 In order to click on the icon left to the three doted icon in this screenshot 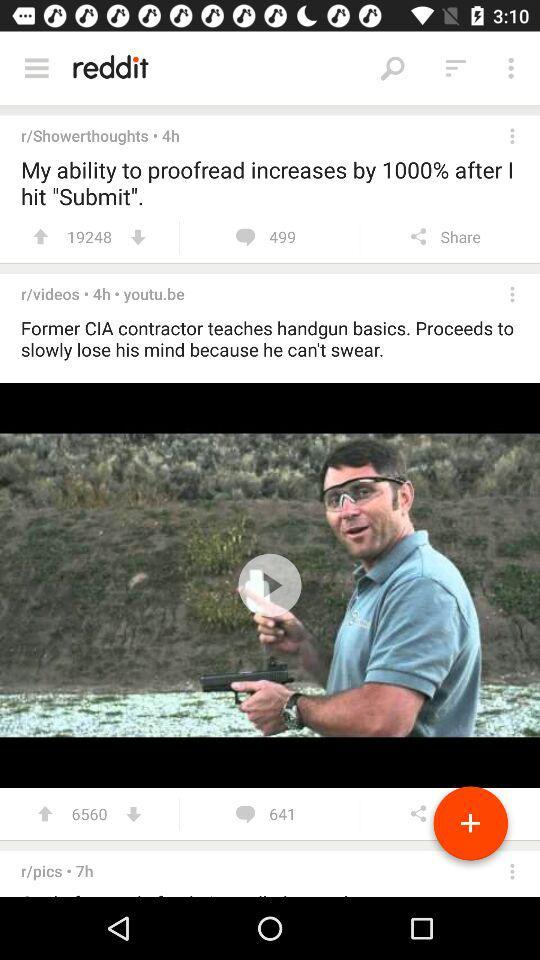, I will do `click(456, 68)`.